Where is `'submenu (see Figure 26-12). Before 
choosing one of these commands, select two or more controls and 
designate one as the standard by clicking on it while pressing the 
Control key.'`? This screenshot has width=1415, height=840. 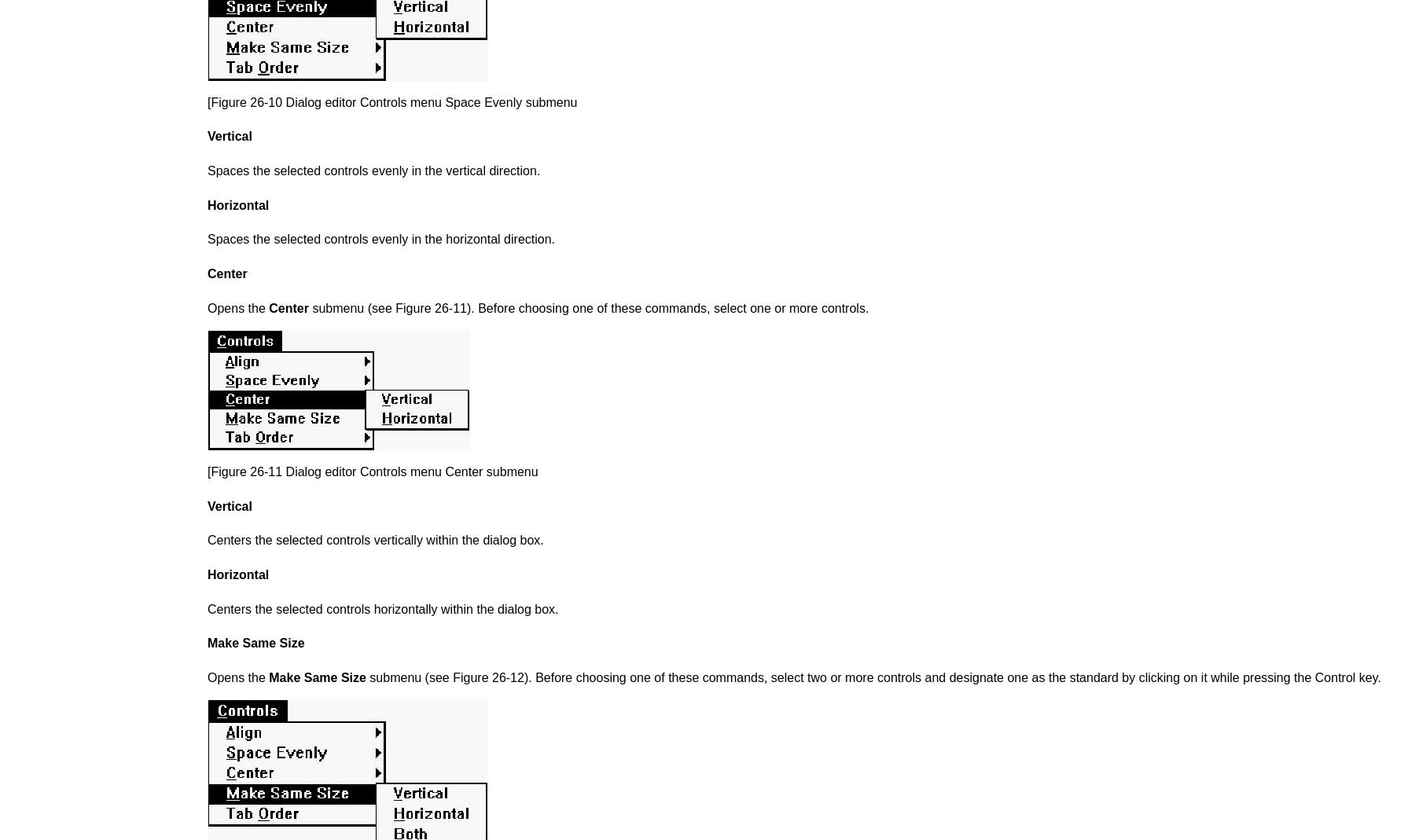 'submenu (see Figure 26-12). Before 
choosing one of these commands, select two or more controls and 
designate one as the standard by clicking on it while pressing the 
Control key.' is located at coordinates (364, 677).